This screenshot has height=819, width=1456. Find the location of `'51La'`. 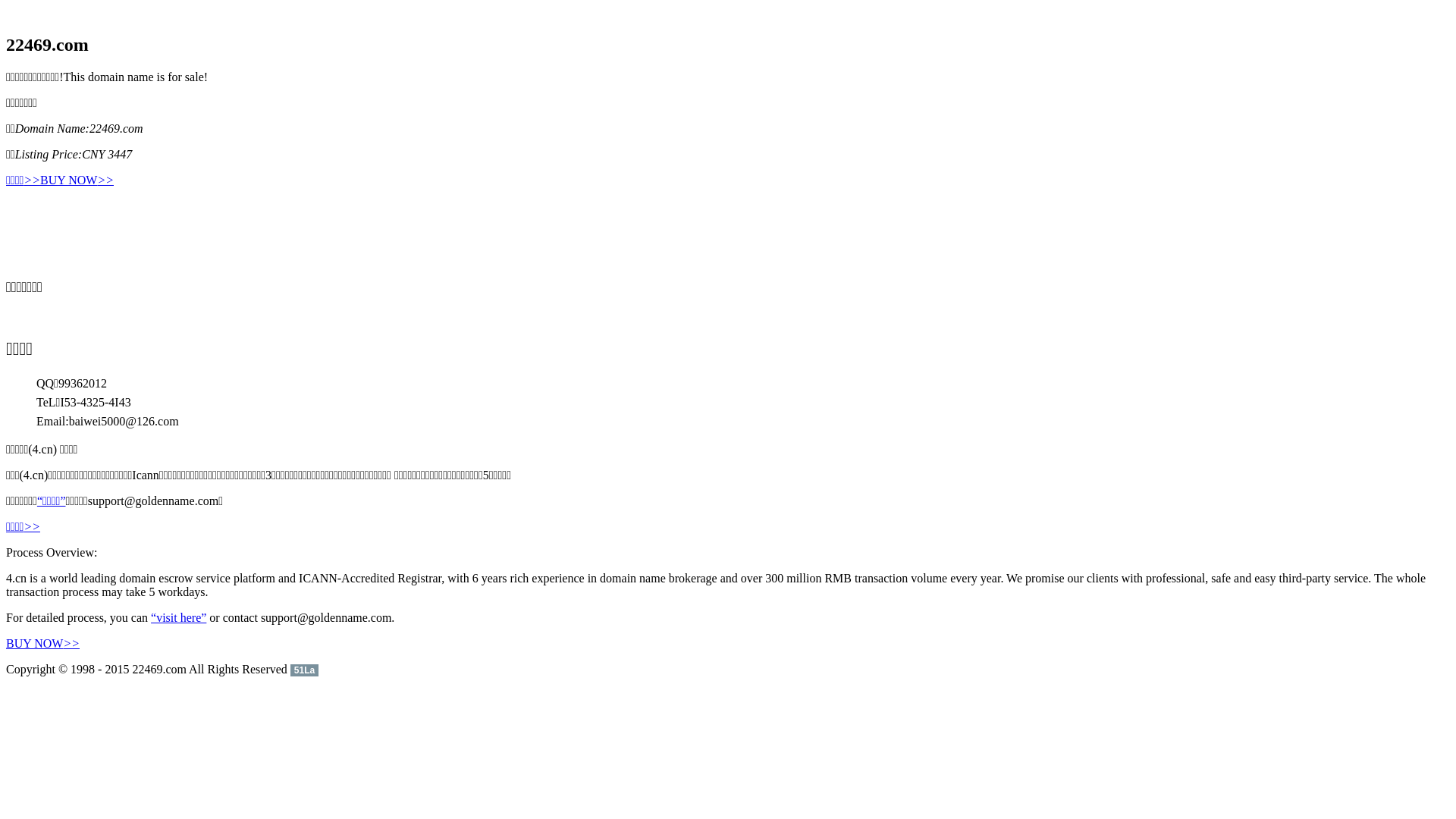

'51La' is located at coordinates (303, 668).